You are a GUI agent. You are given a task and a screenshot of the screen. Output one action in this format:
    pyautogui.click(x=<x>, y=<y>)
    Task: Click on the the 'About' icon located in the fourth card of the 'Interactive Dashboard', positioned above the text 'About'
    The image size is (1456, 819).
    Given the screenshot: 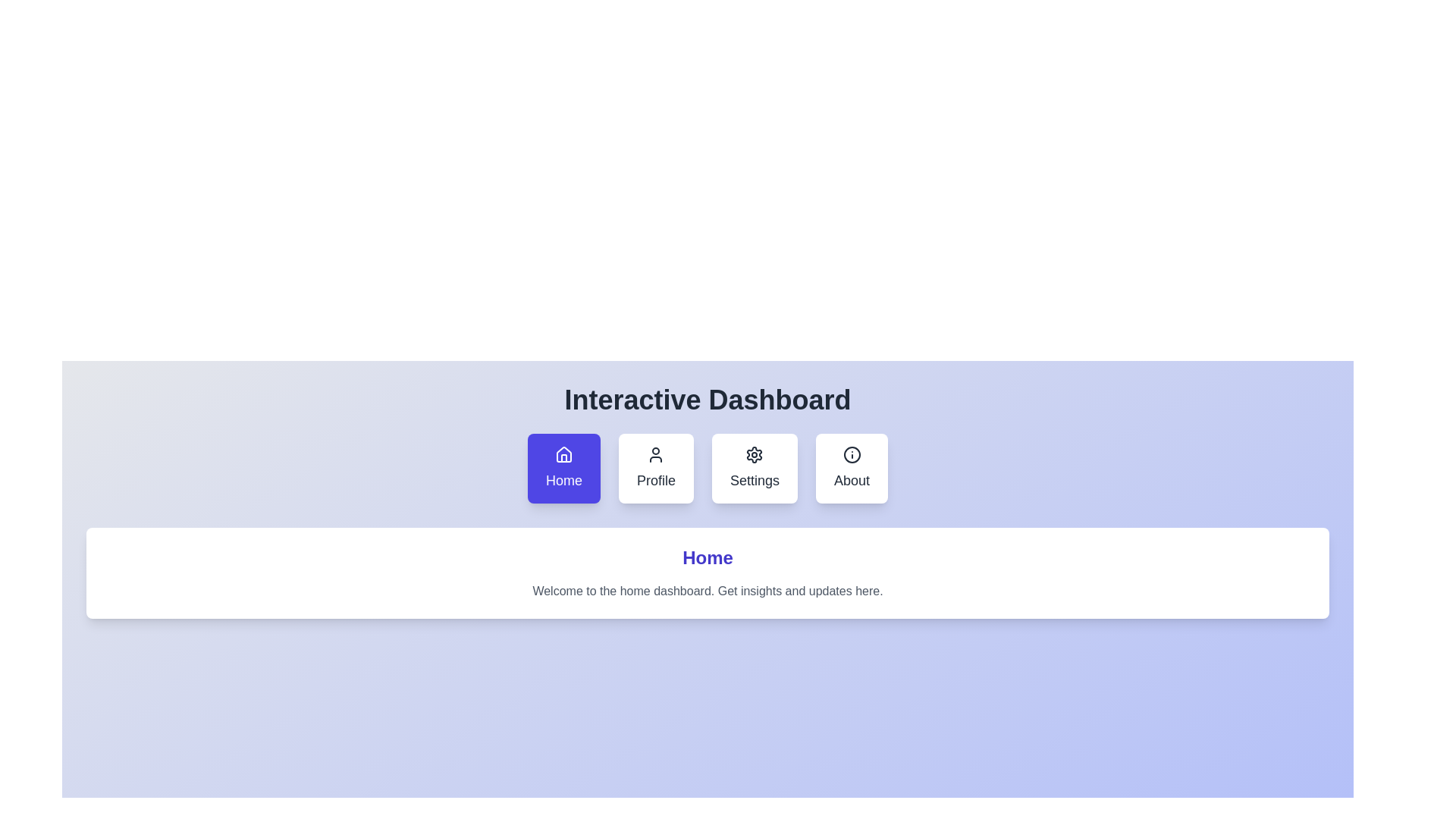 What is the action you would take?
    pyautogui.click(x=852, y=454)
    